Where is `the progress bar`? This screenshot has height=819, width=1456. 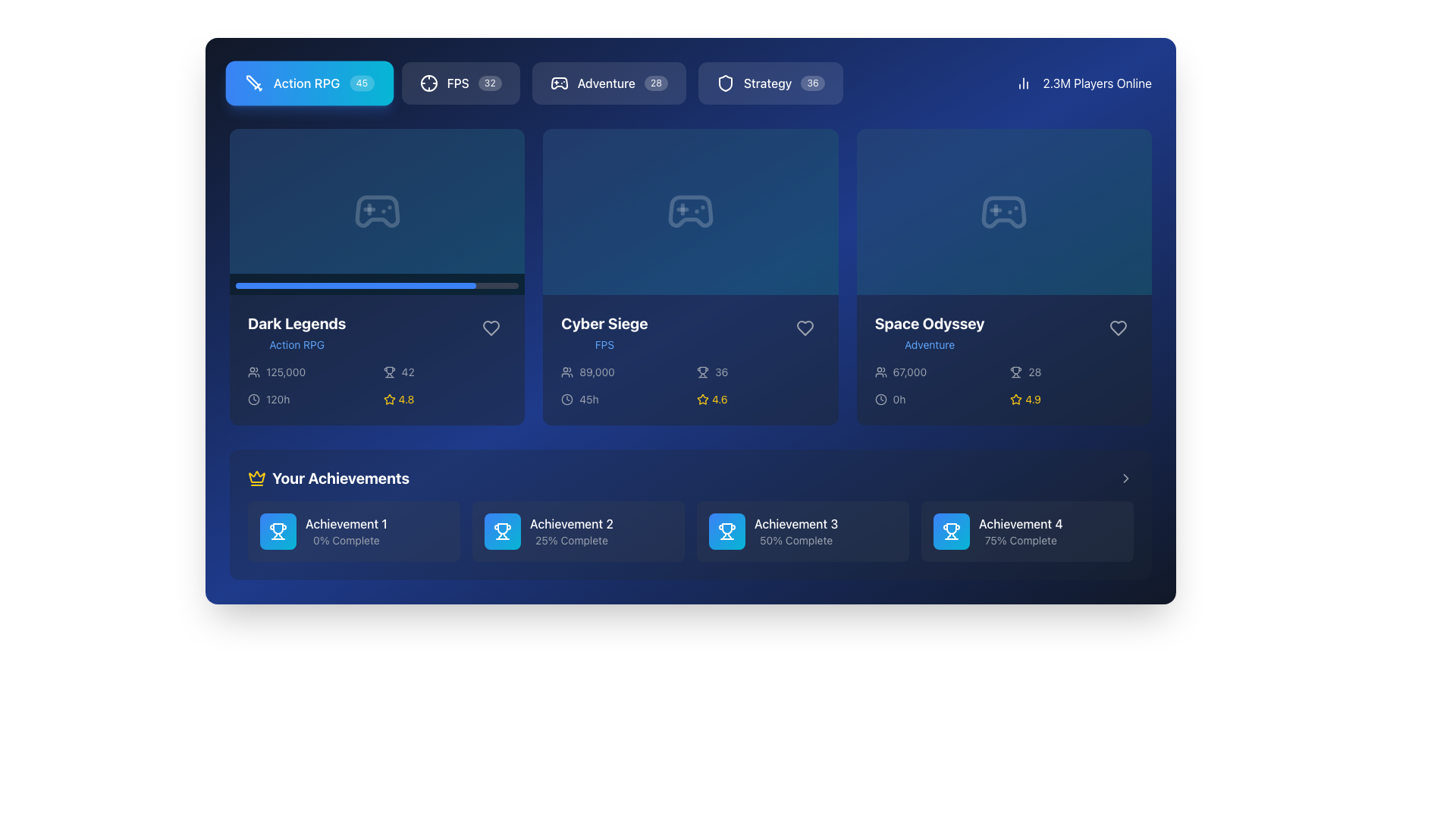 the progress bar is located at coordinates (377, 284).